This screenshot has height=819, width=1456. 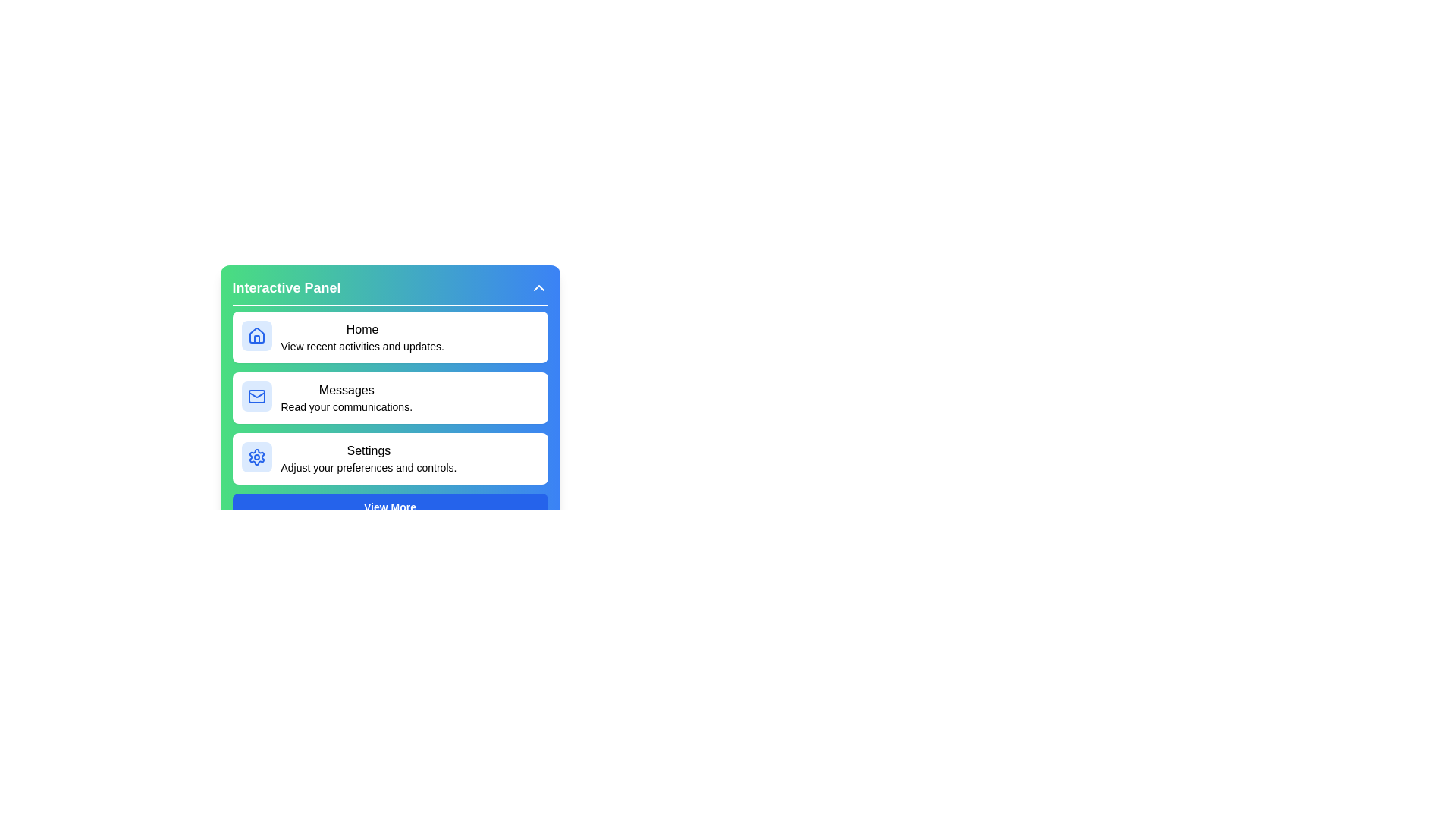 I want to click on the menu item labeled Messages to preview its details, so click(x=390, y=397).